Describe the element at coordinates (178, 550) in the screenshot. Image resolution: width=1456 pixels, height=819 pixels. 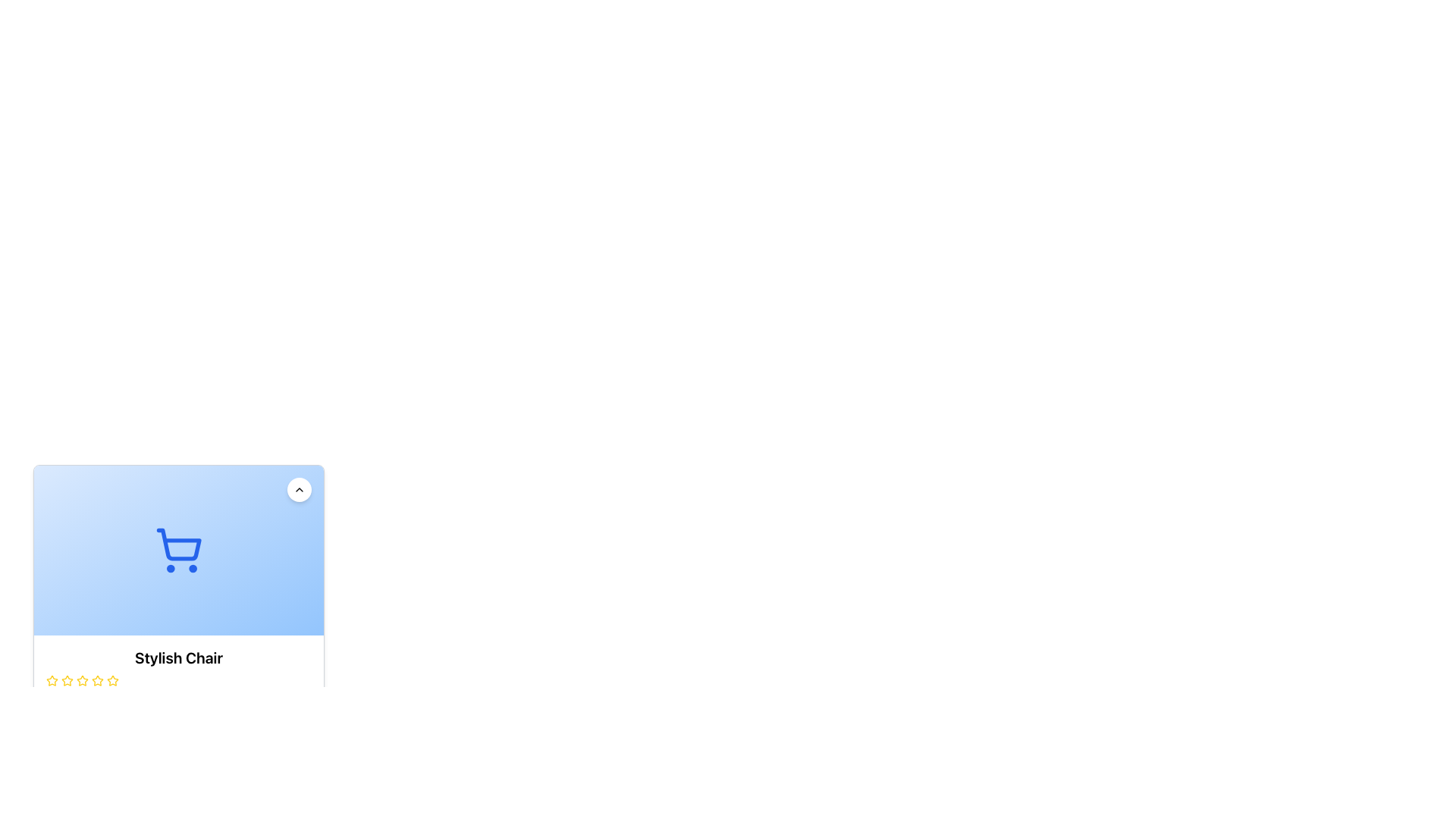
I see `the blue shopping cart icon which is centrally located within the gradient background of the product card` at that location.